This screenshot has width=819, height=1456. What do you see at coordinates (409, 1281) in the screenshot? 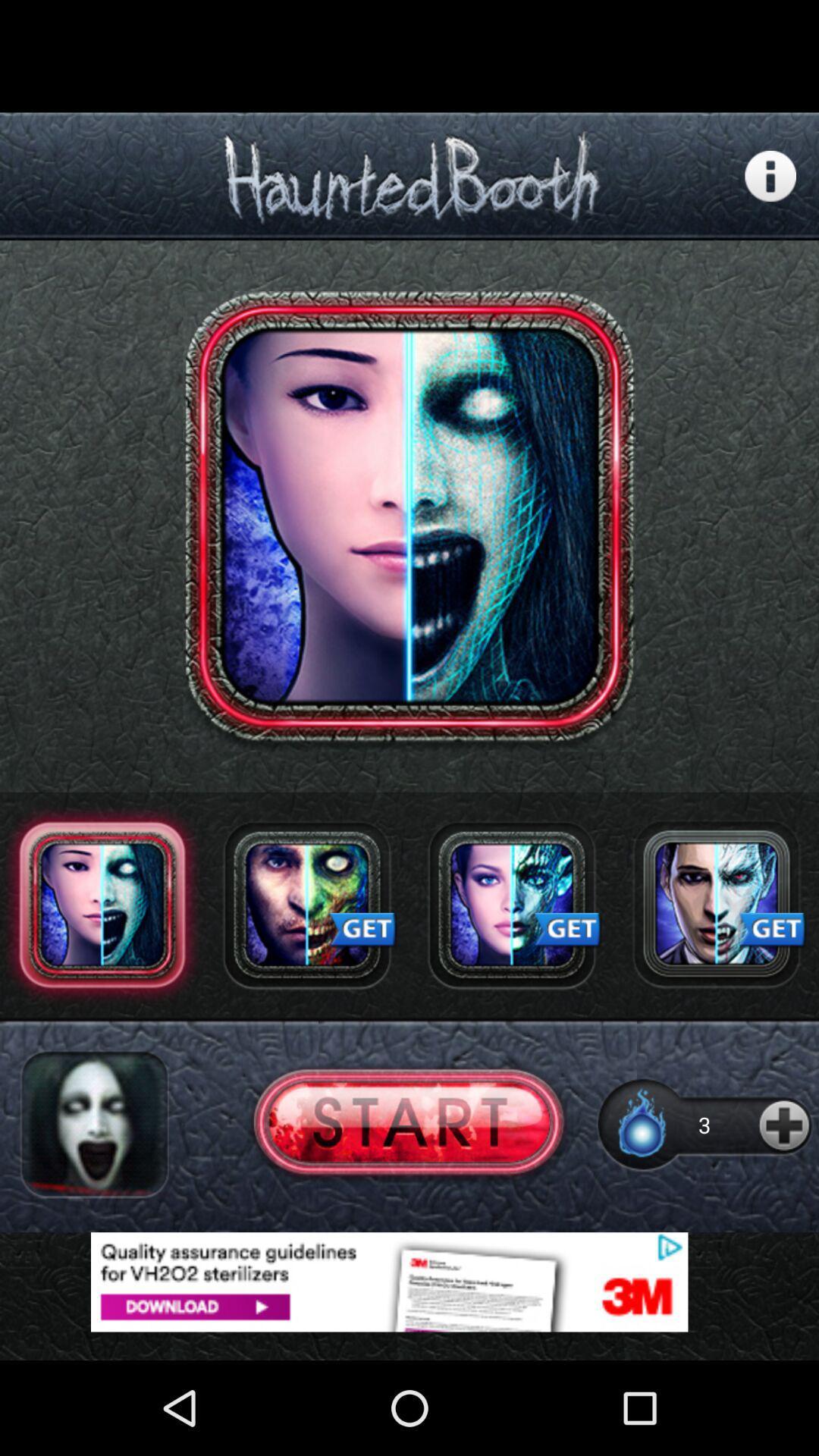
I see `display advertisement` at bounding box center [409, 1281].